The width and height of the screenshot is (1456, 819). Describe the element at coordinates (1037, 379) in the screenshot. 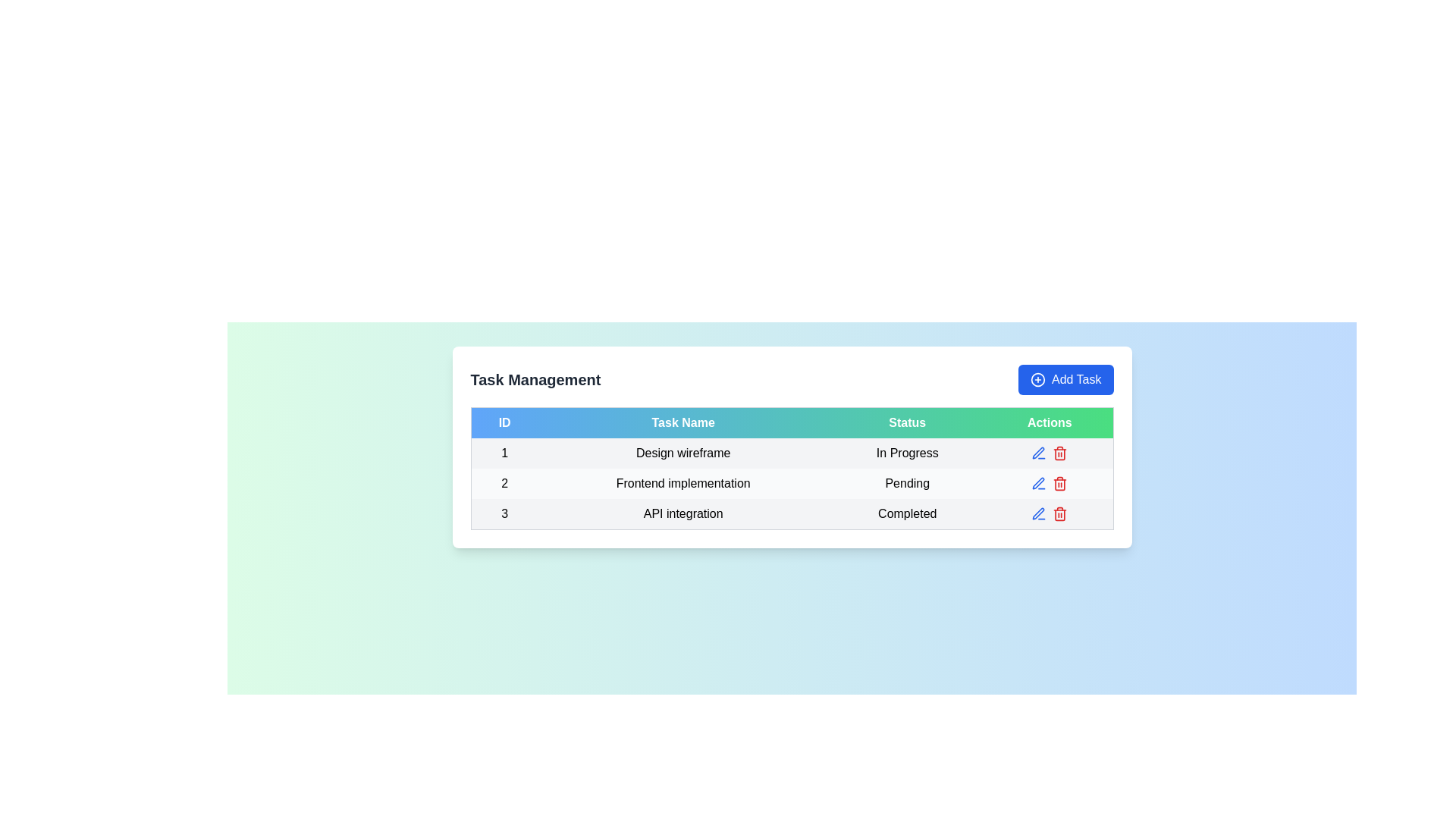

I see `the circular SVG button styled as a plus sign located within the 'Add Task' button in the top-right corner of the task management interface` at that location.